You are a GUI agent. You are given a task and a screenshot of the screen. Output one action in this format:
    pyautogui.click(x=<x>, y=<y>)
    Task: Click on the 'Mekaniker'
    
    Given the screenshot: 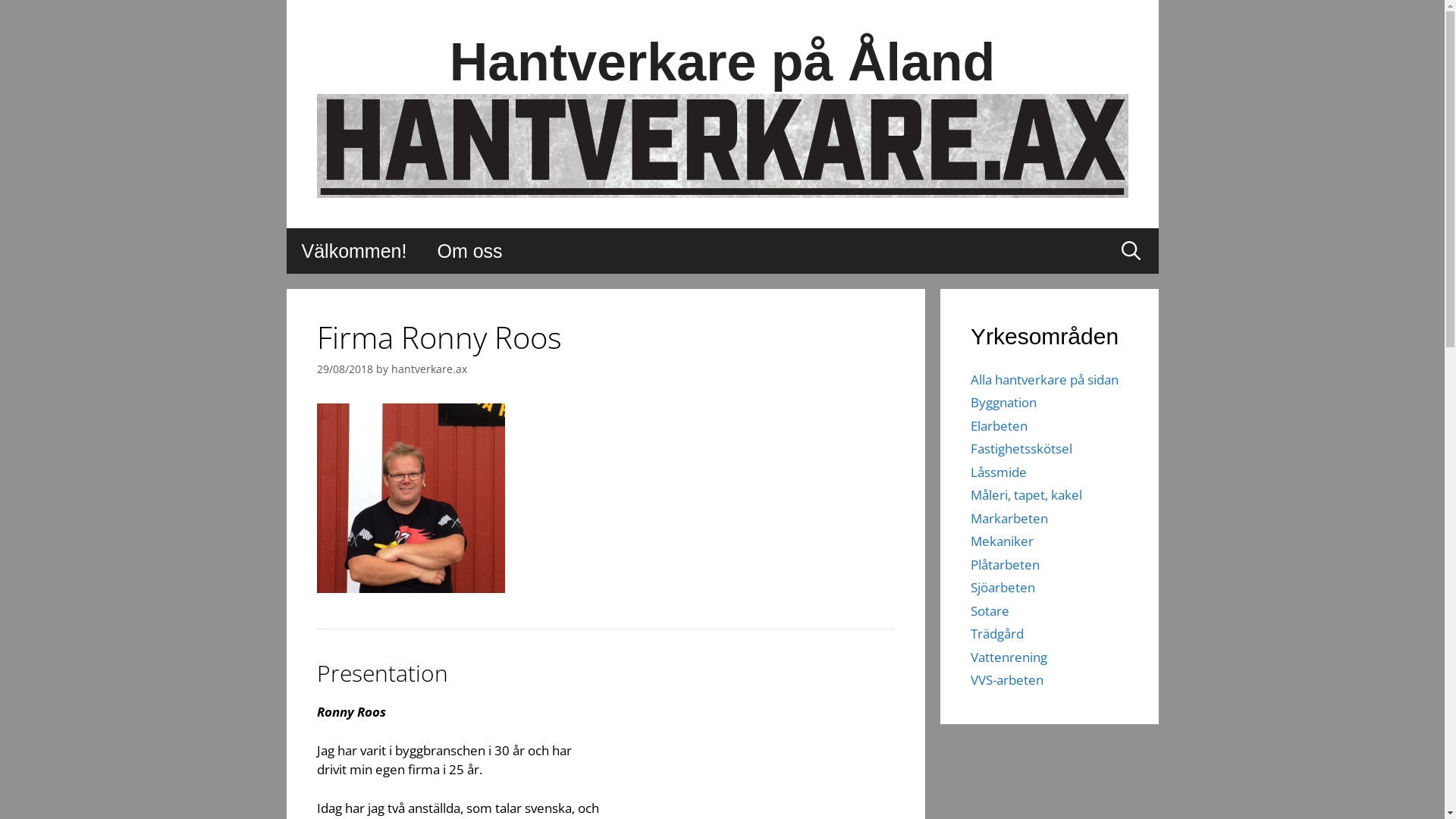 What is the action you would take?
    pyautogui.click(x=1002, y=540)
    